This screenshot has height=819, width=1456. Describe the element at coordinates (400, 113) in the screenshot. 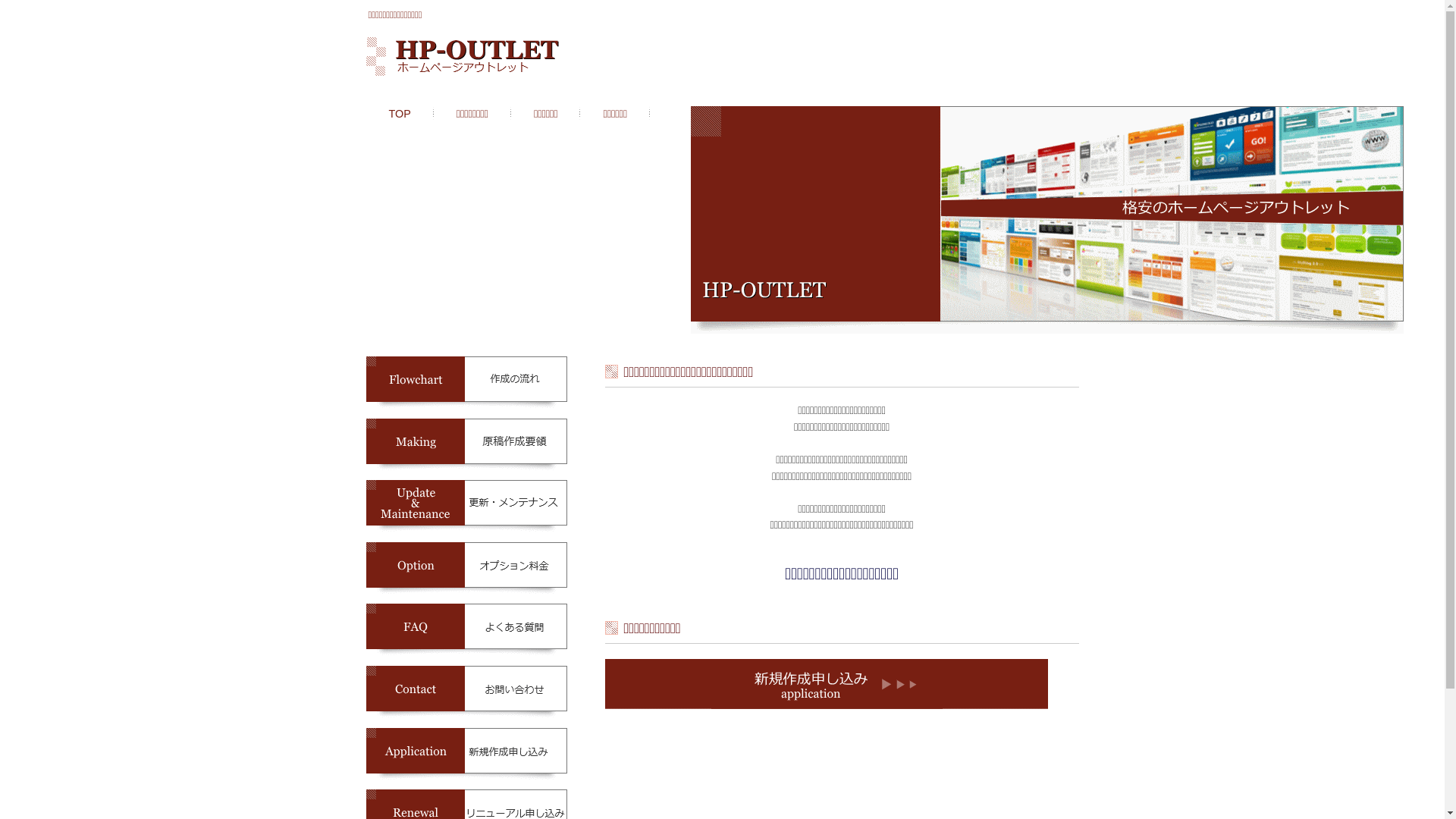

I see `'TOP'` at that location.